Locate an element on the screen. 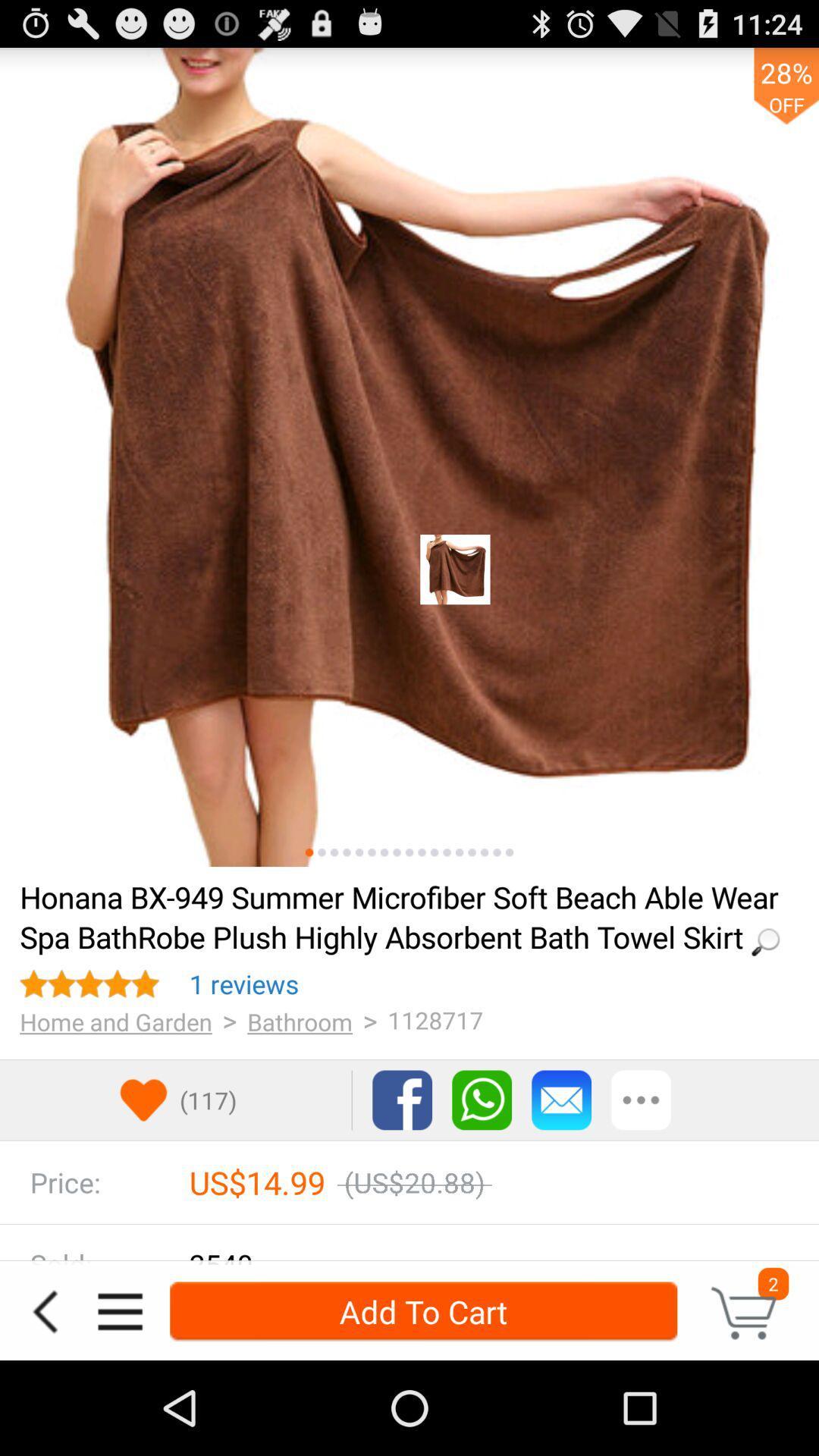  bathroom icon is located at coordinates (300, 1021).